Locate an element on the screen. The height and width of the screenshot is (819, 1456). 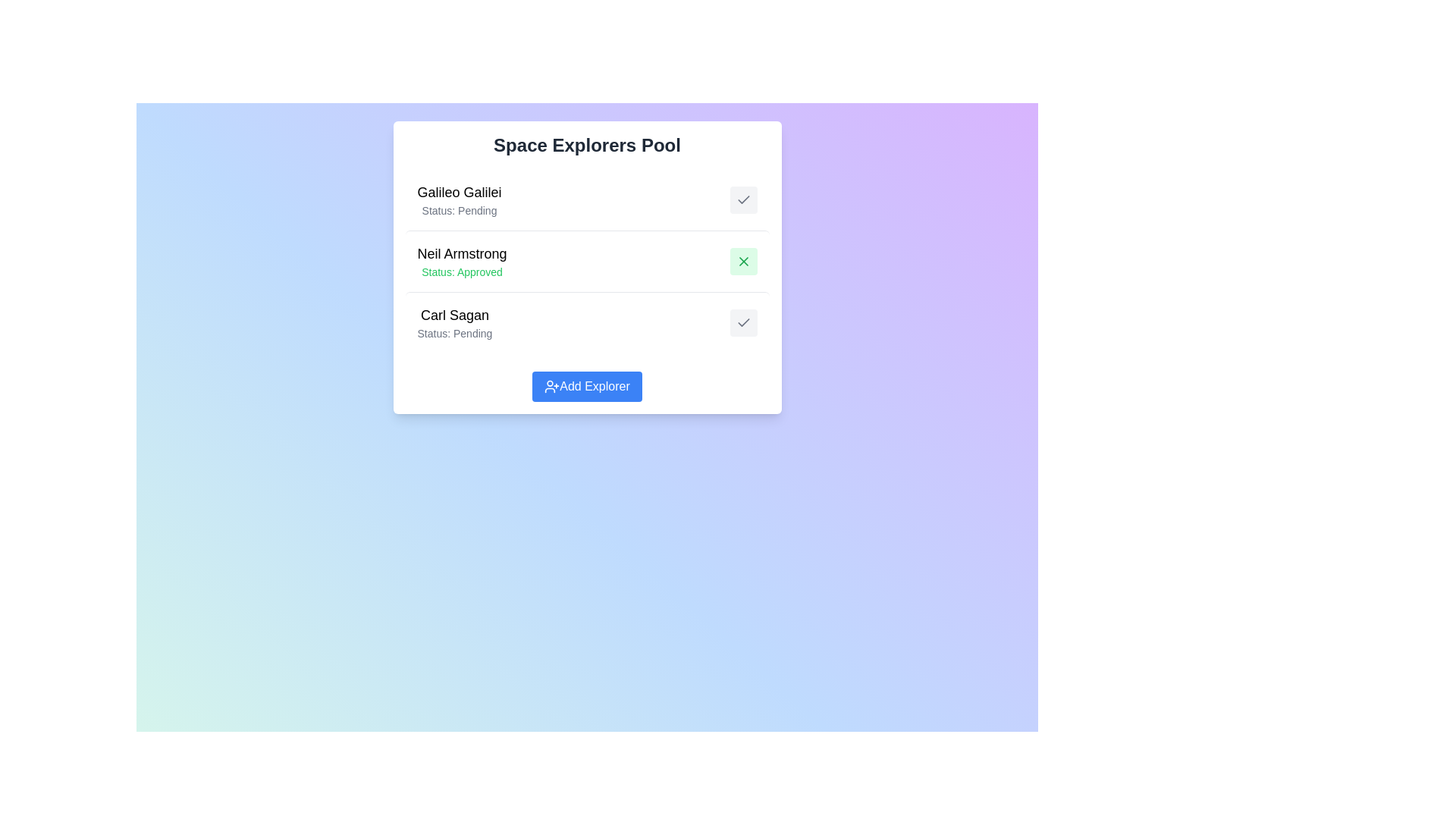
the button that initiates the action to add a new explorer to the list is located at coordinates (586, 385).